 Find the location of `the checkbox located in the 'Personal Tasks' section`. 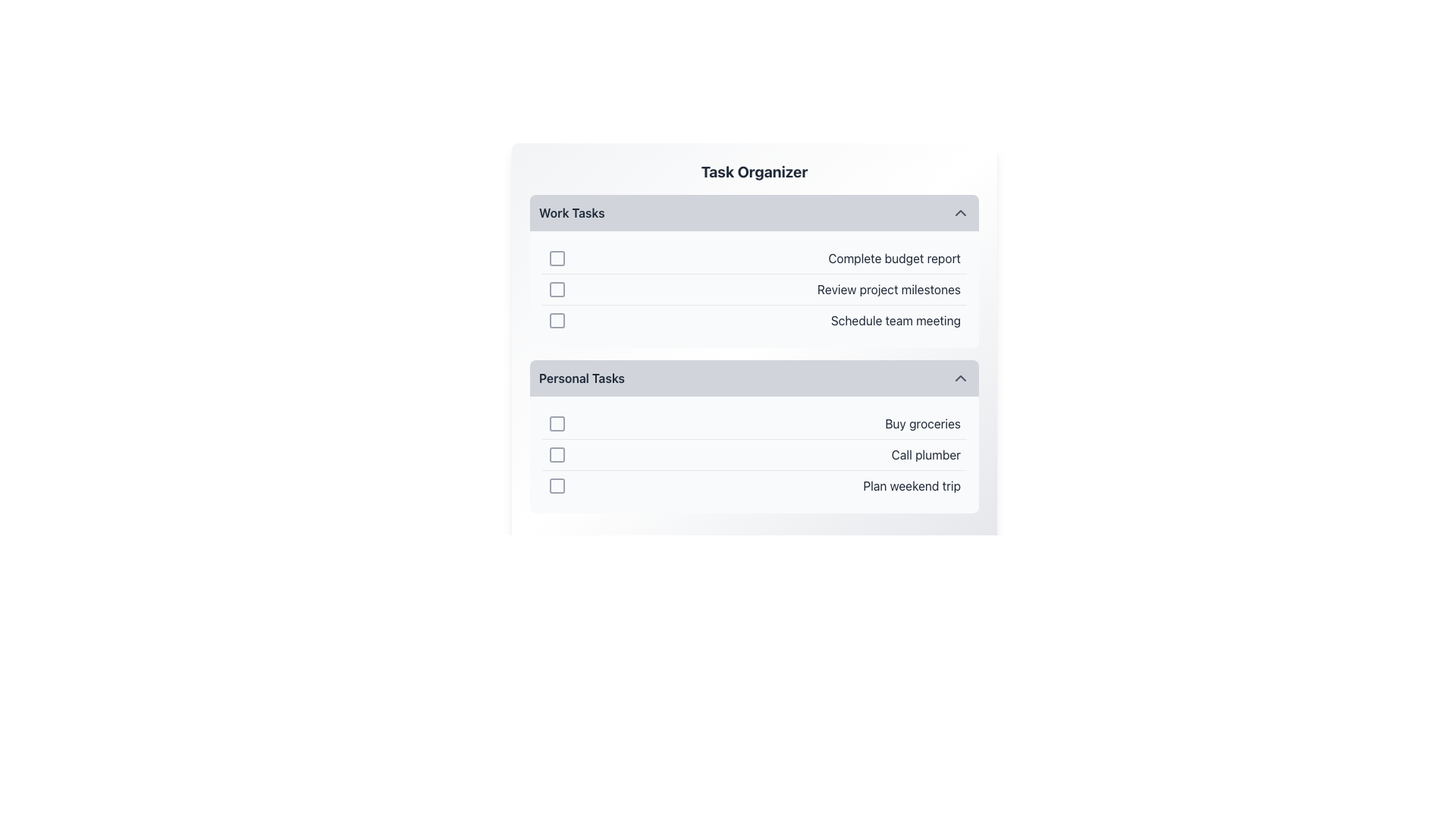

the checkbox located in the 'Personal Tasks' section is located at coordinates (556, 424).